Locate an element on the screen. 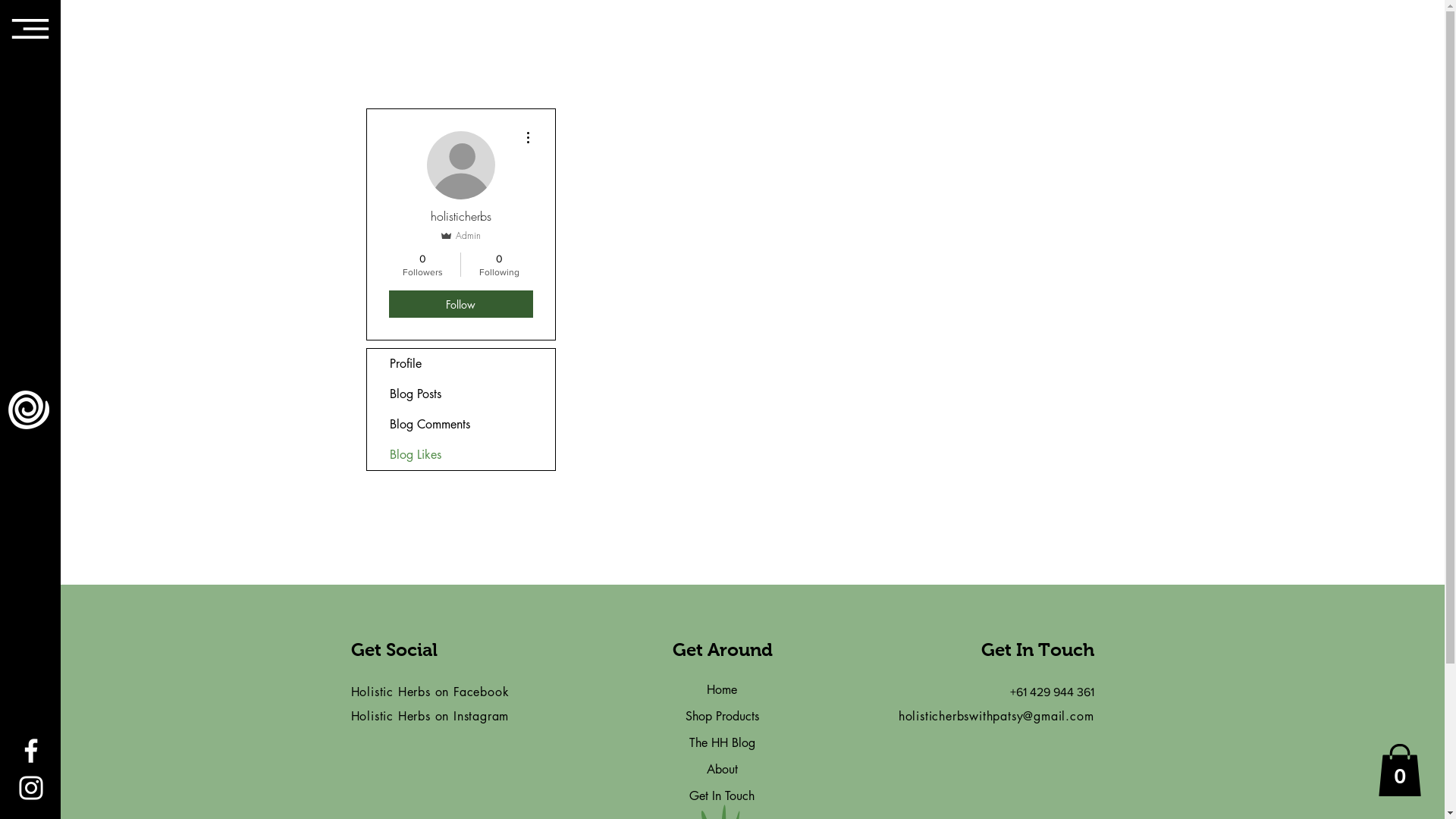  'Profile' is located at coordinates (460, 363).